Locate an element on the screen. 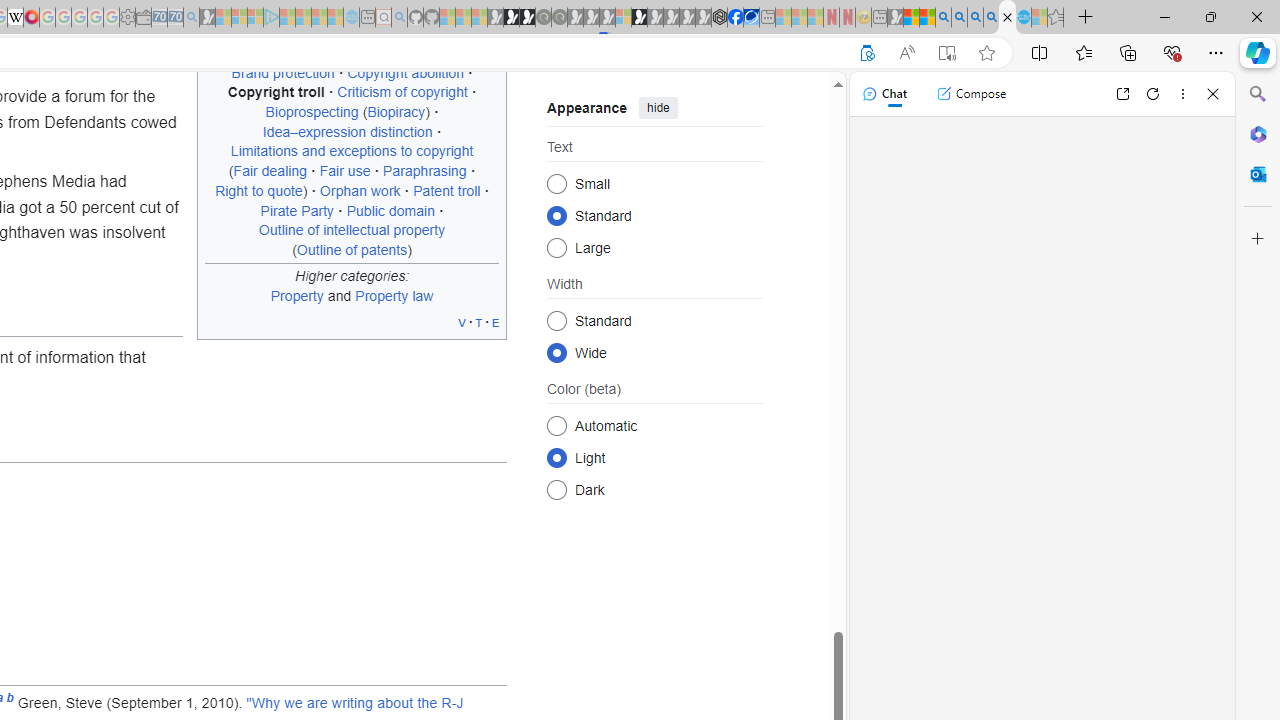 Image resolution: width=1280 pixels, height=720 pixels. 'Close Customize pane' is located at coordinates (1257, 238).